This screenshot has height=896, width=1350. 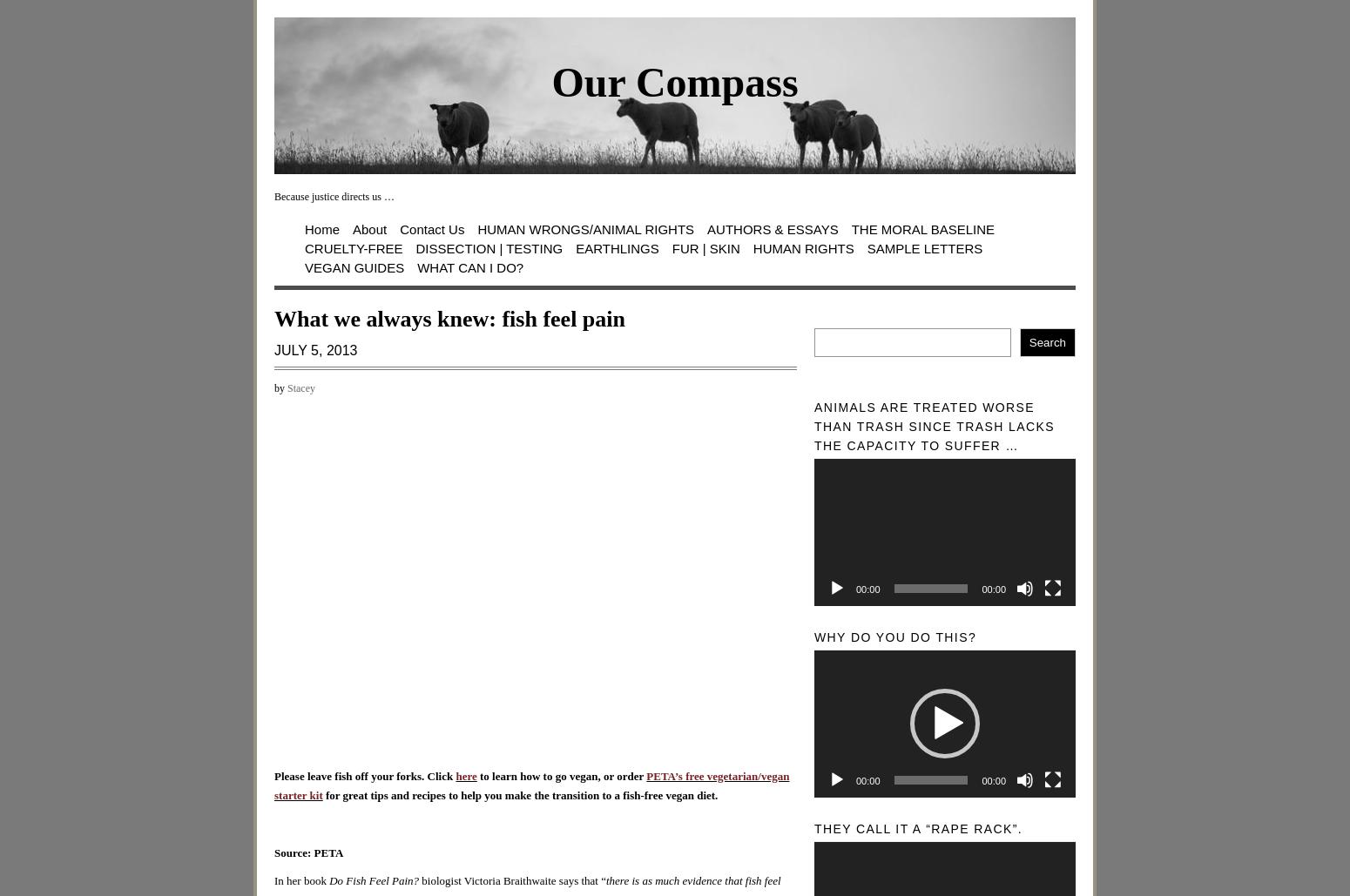 I want to click on 'Why do you do this?', so click(x=813, y=636).